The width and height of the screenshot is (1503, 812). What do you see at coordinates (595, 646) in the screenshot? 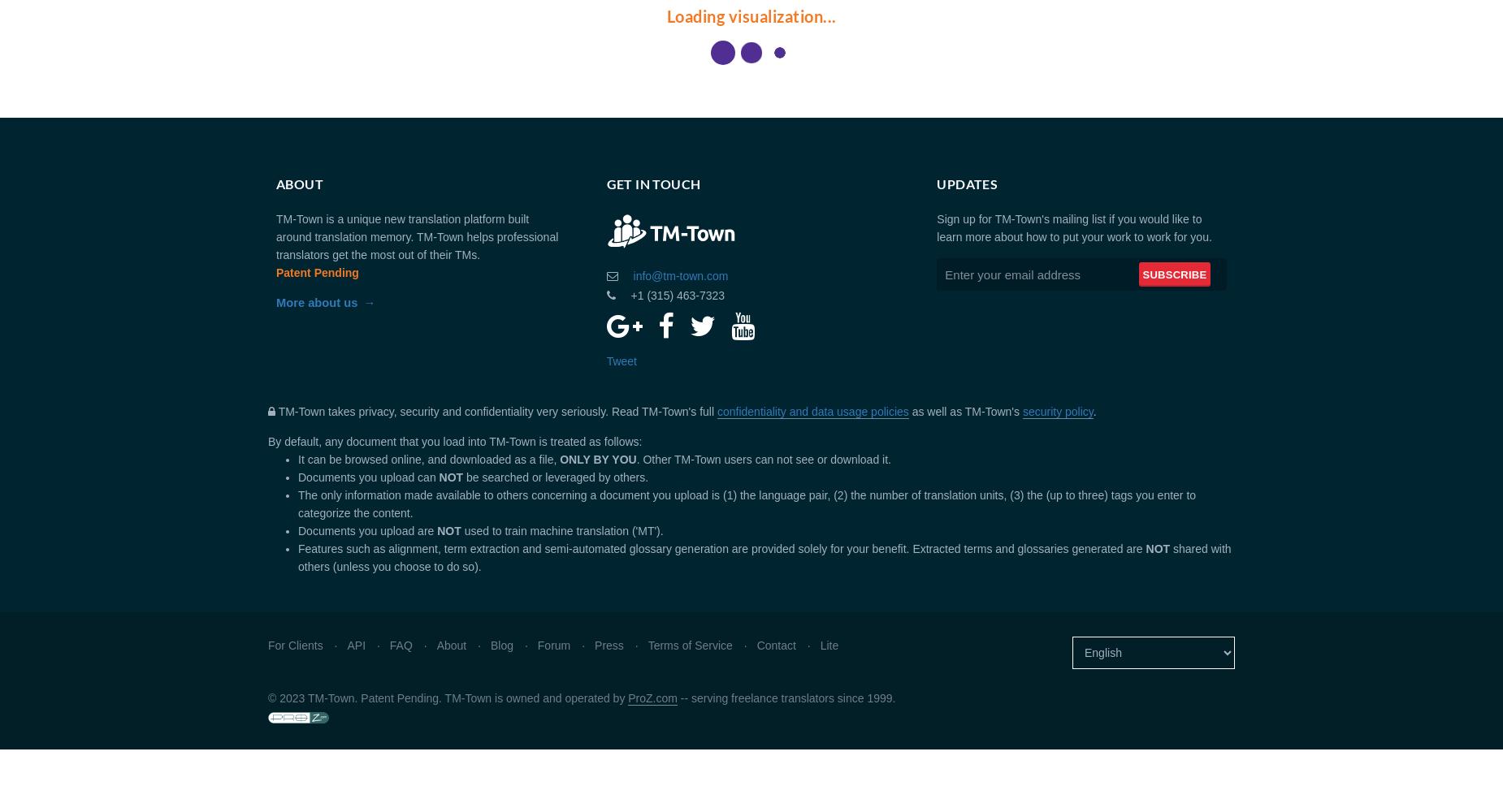
I see `'Press'` at bounding box center [595, 646].